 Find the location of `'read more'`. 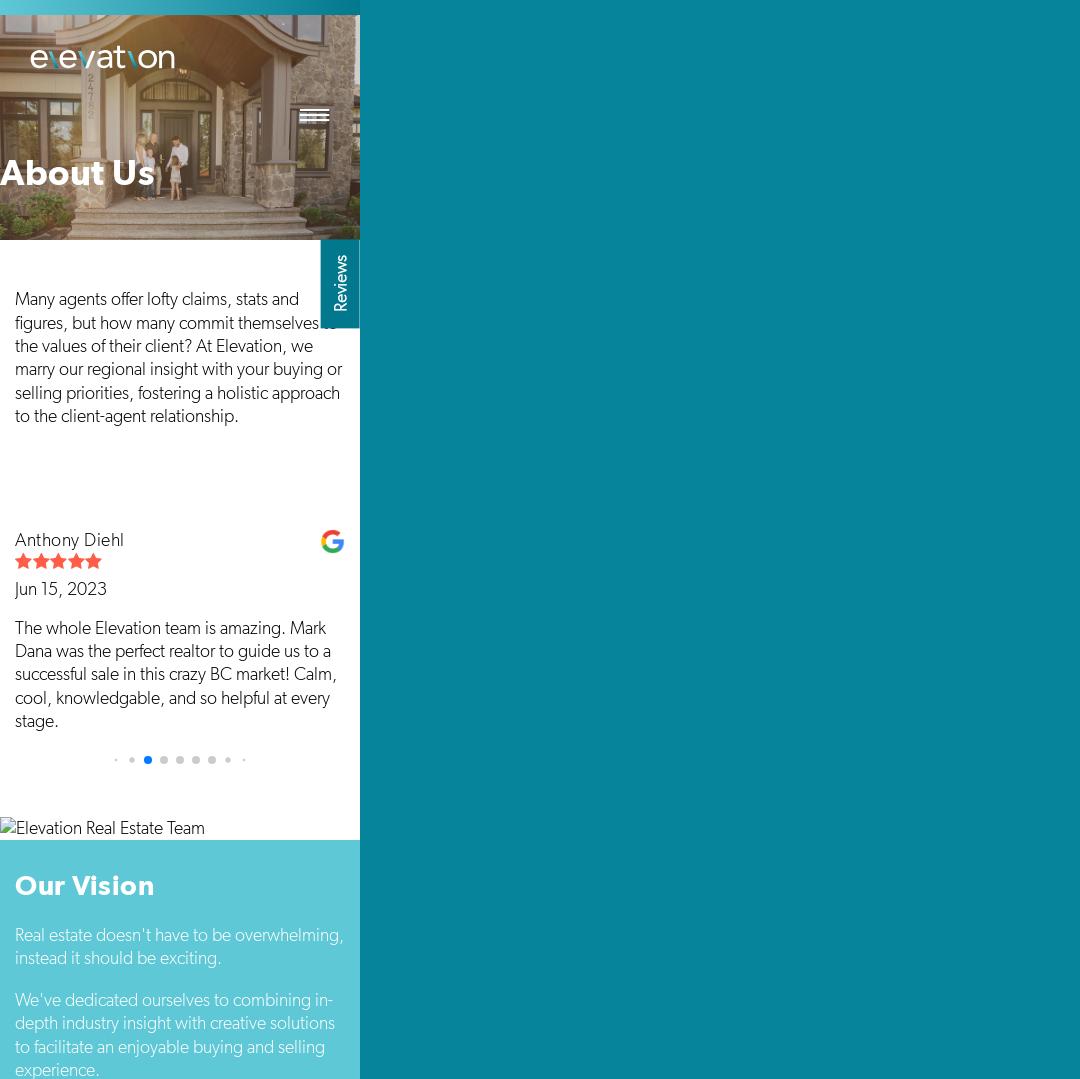

'read more' is located at coordinates (797, 812).